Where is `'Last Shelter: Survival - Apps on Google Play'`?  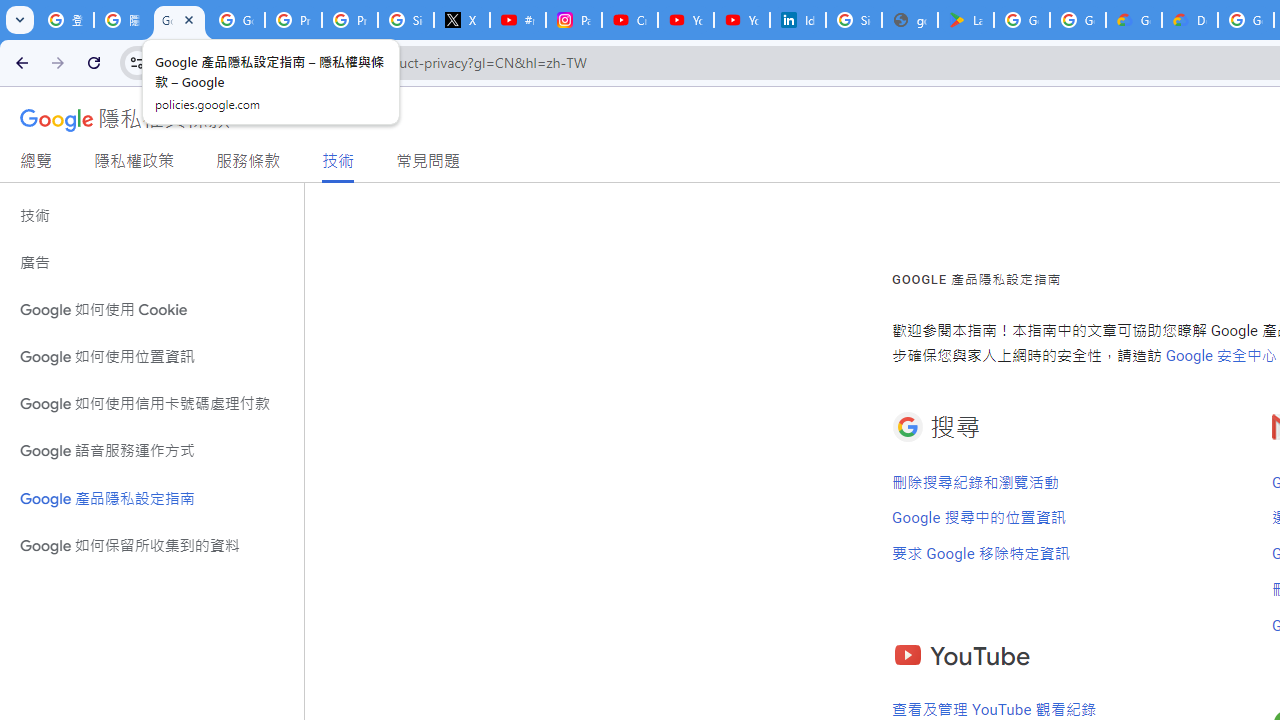 'Last Shelter: Survival - Apps on Google Play' is located at coordinates (966, 20).